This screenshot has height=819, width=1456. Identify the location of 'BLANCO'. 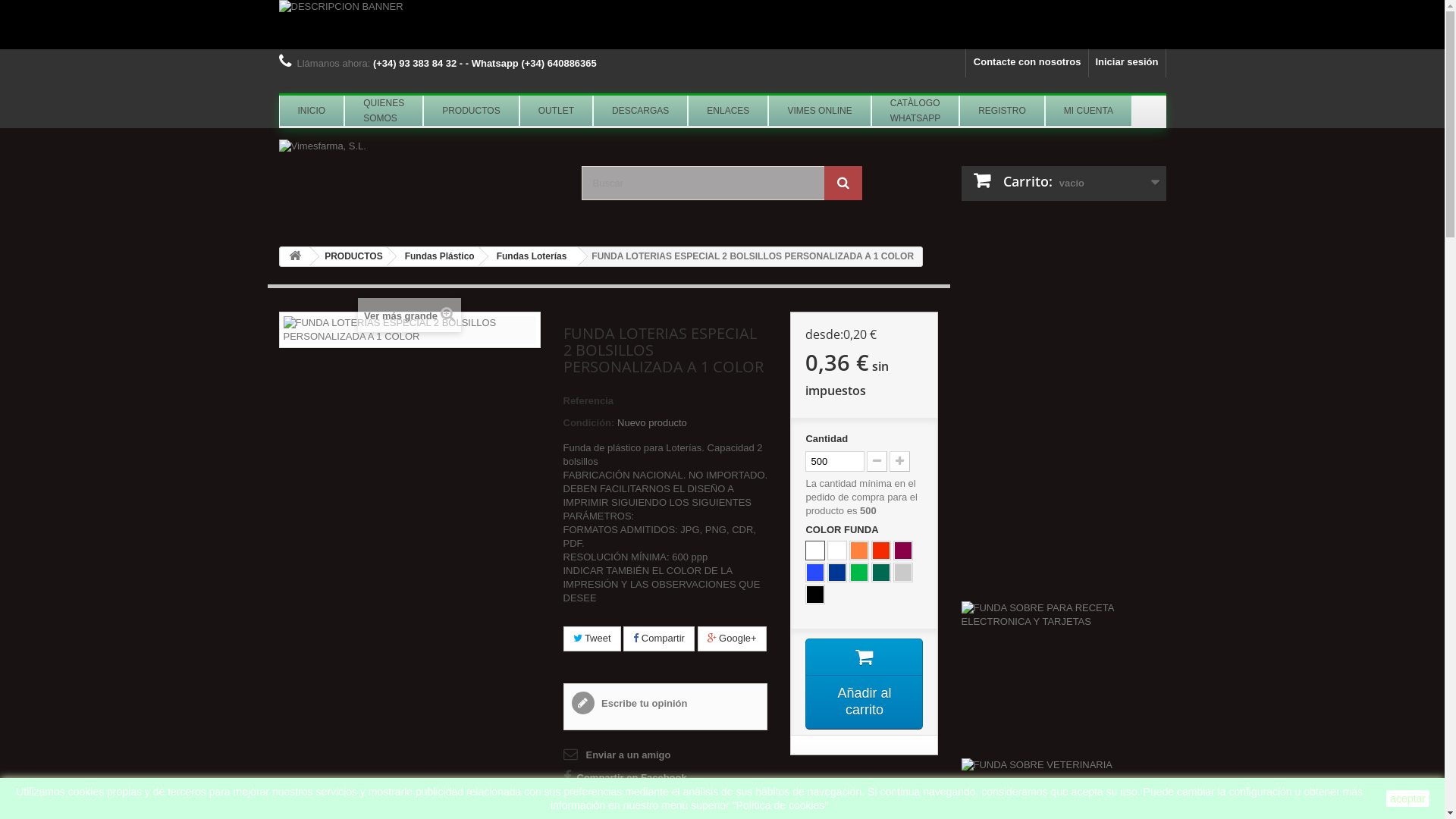
(836, 550).